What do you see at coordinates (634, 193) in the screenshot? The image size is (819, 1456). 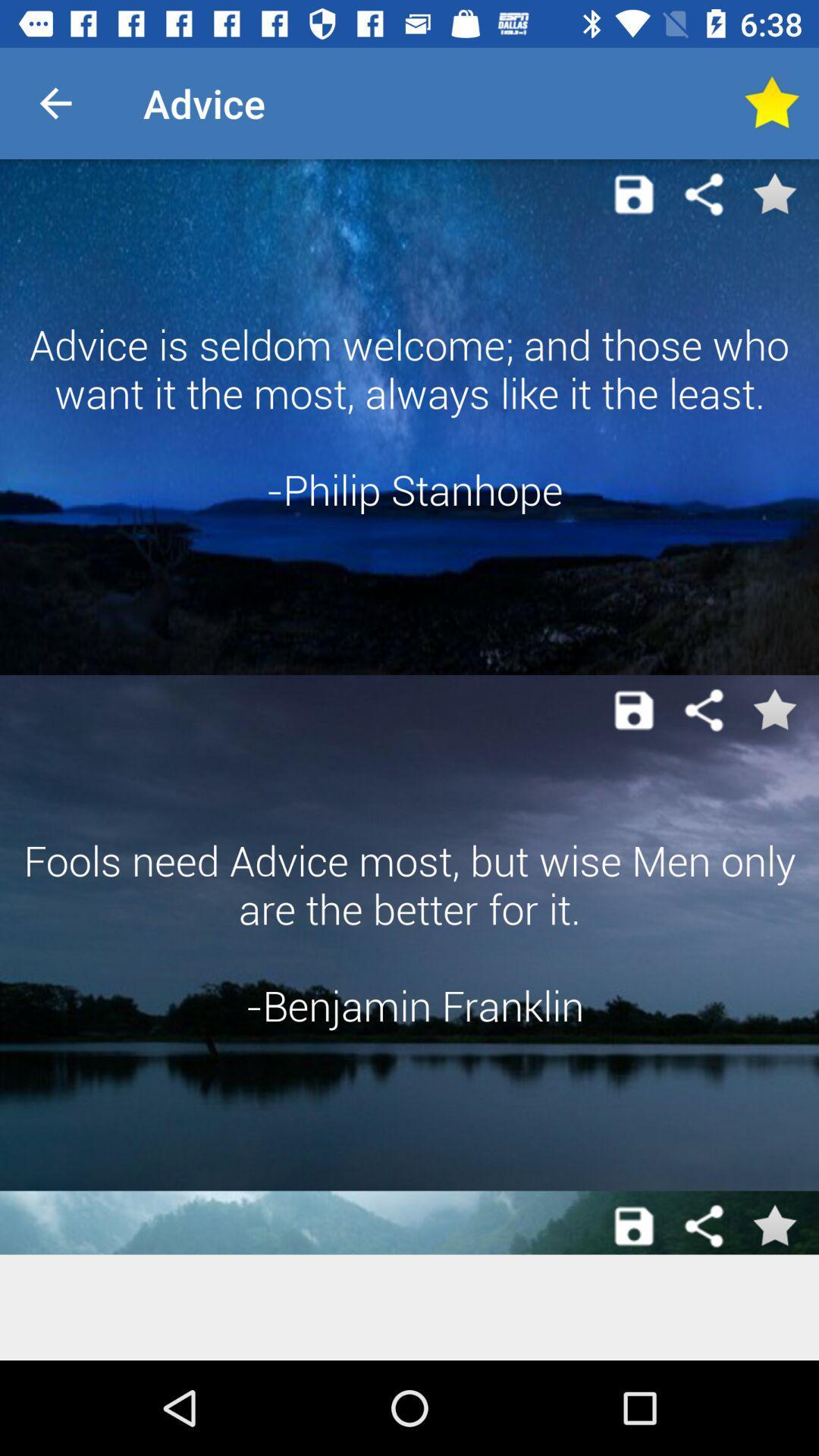 I see `item` at bounding box center [634, 193].